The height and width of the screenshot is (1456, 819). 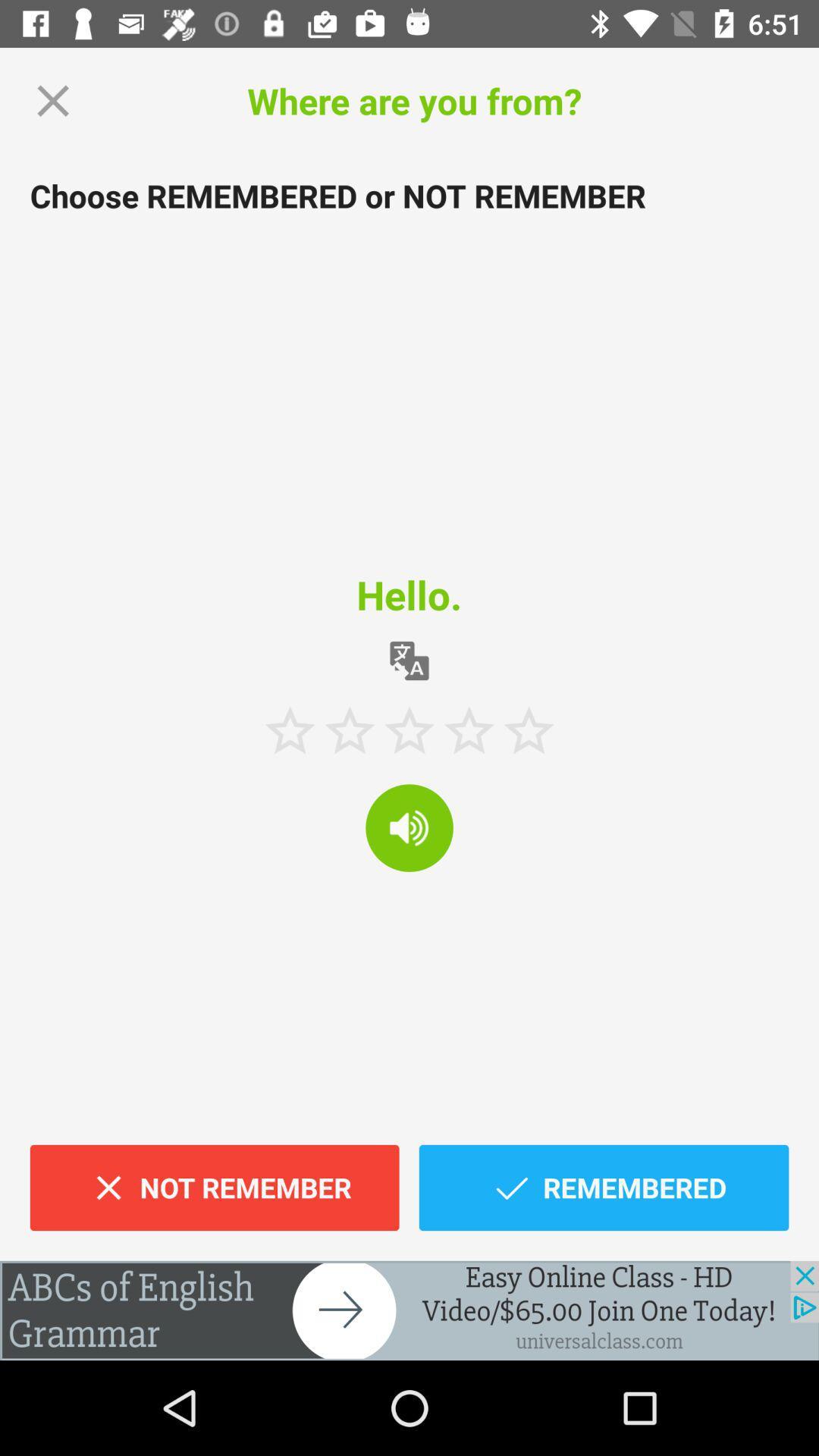 I want to click on set the sound, so click(x=409, y=827).